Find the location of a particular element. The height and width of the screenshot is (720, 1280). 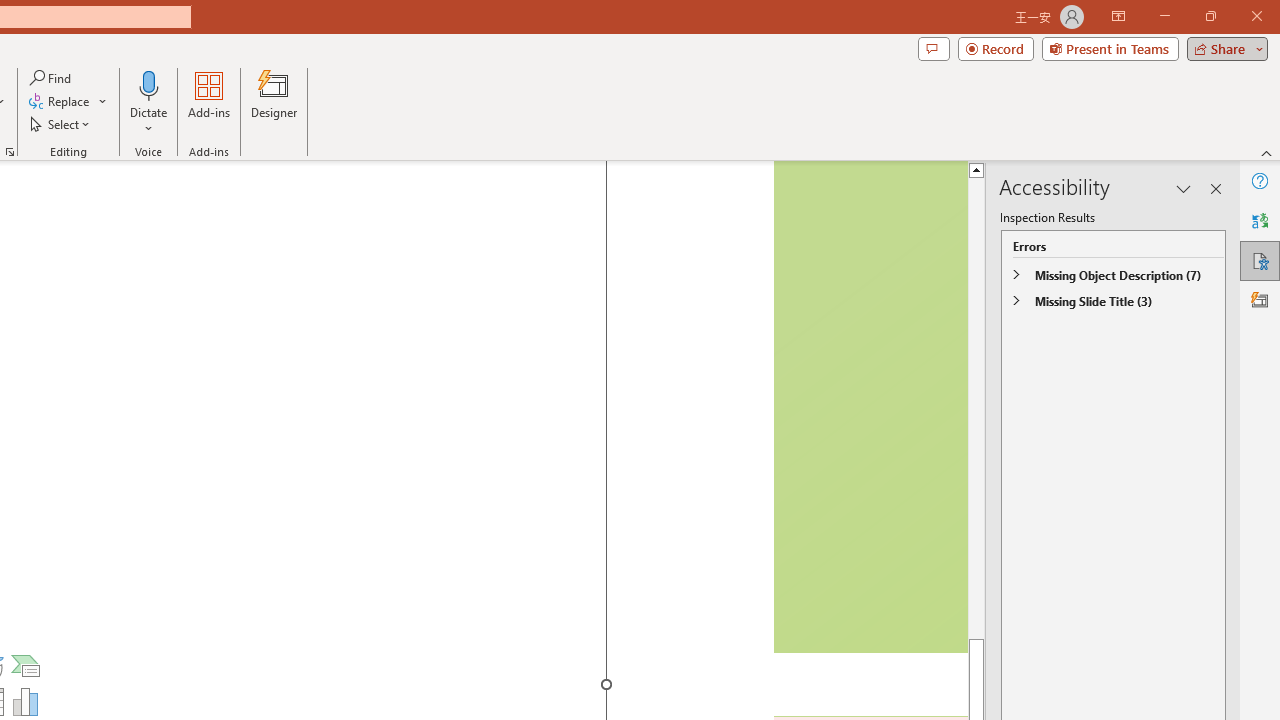

'Camera 5, No camera detected.' is located at coordinates (869, 406).